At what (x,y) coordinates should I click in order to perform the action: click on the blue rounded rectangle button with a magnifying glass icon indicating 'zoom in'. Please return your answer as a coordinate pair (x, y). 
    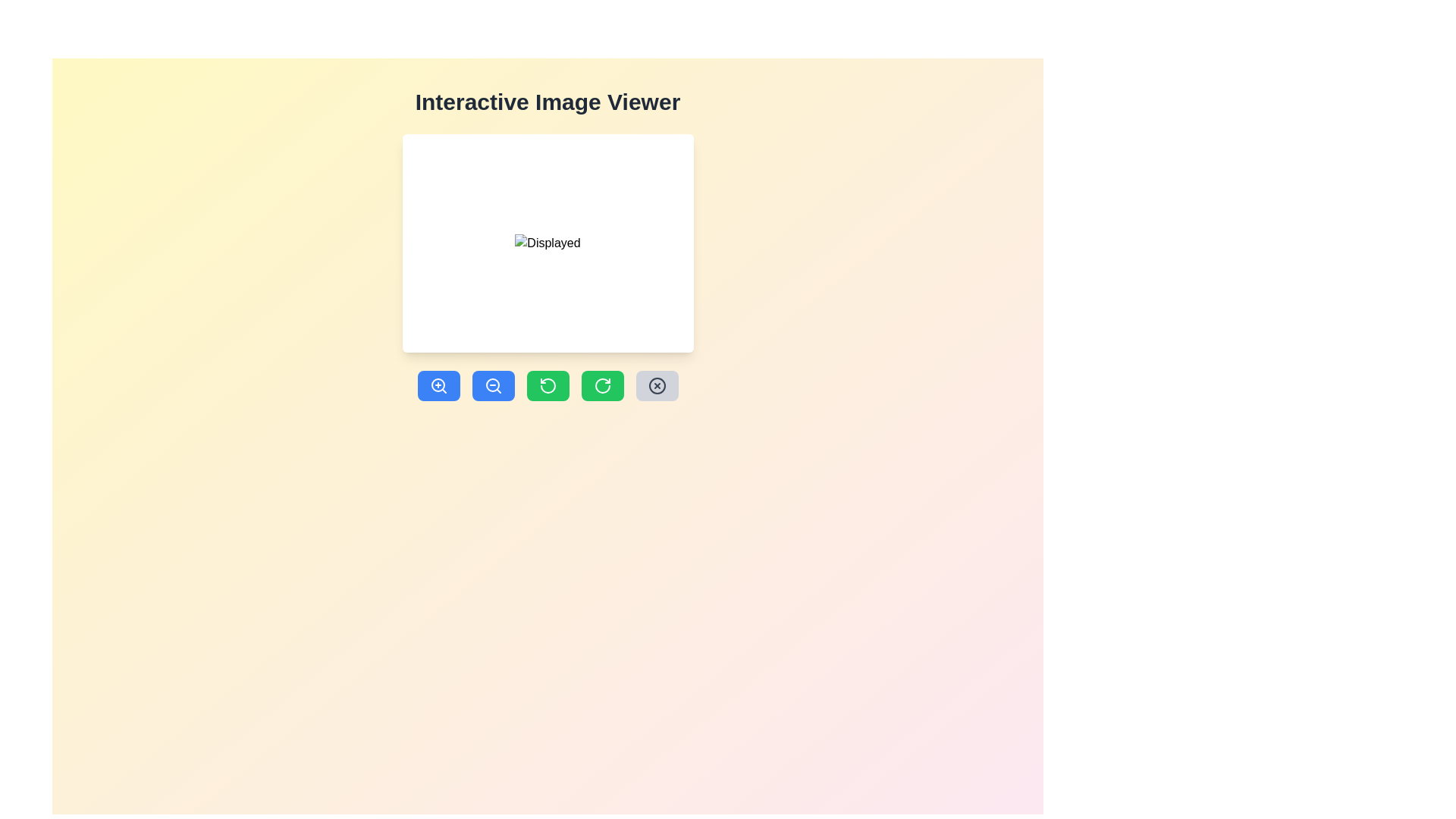
    Looking at the image, I should click on (438, 385).